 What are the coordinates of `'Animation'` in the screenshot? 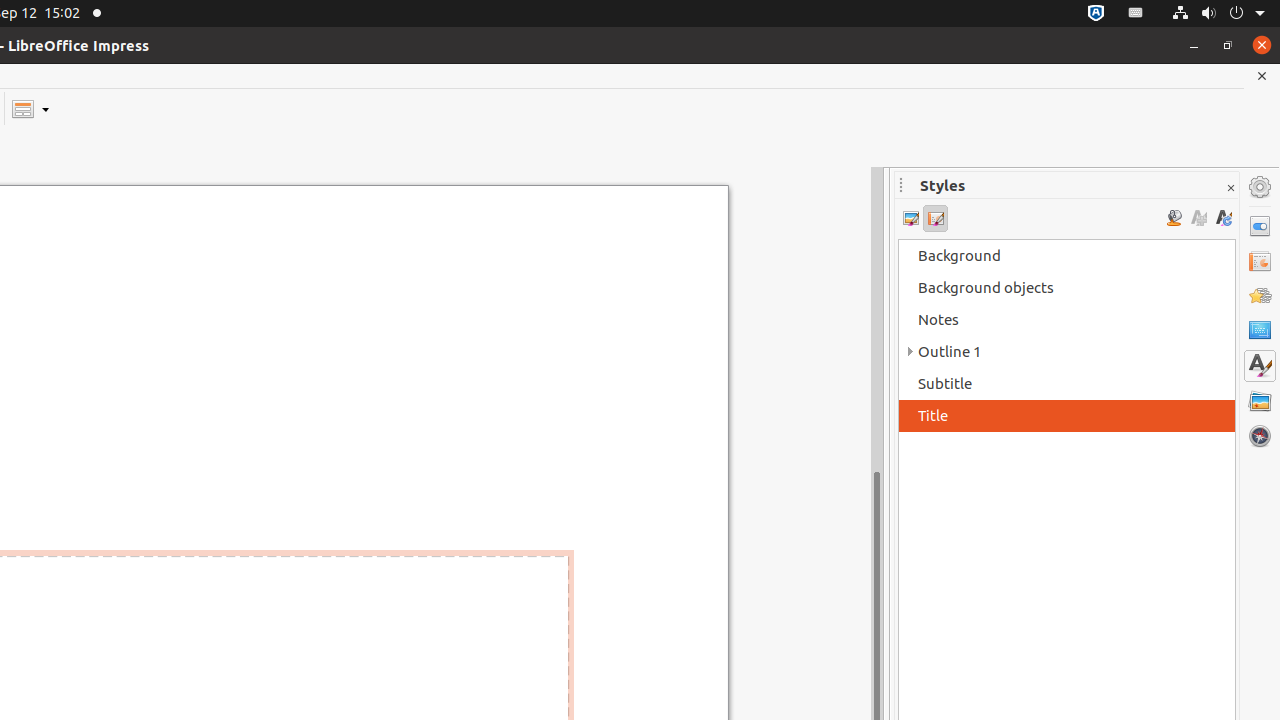 It's located at (1259, 295).